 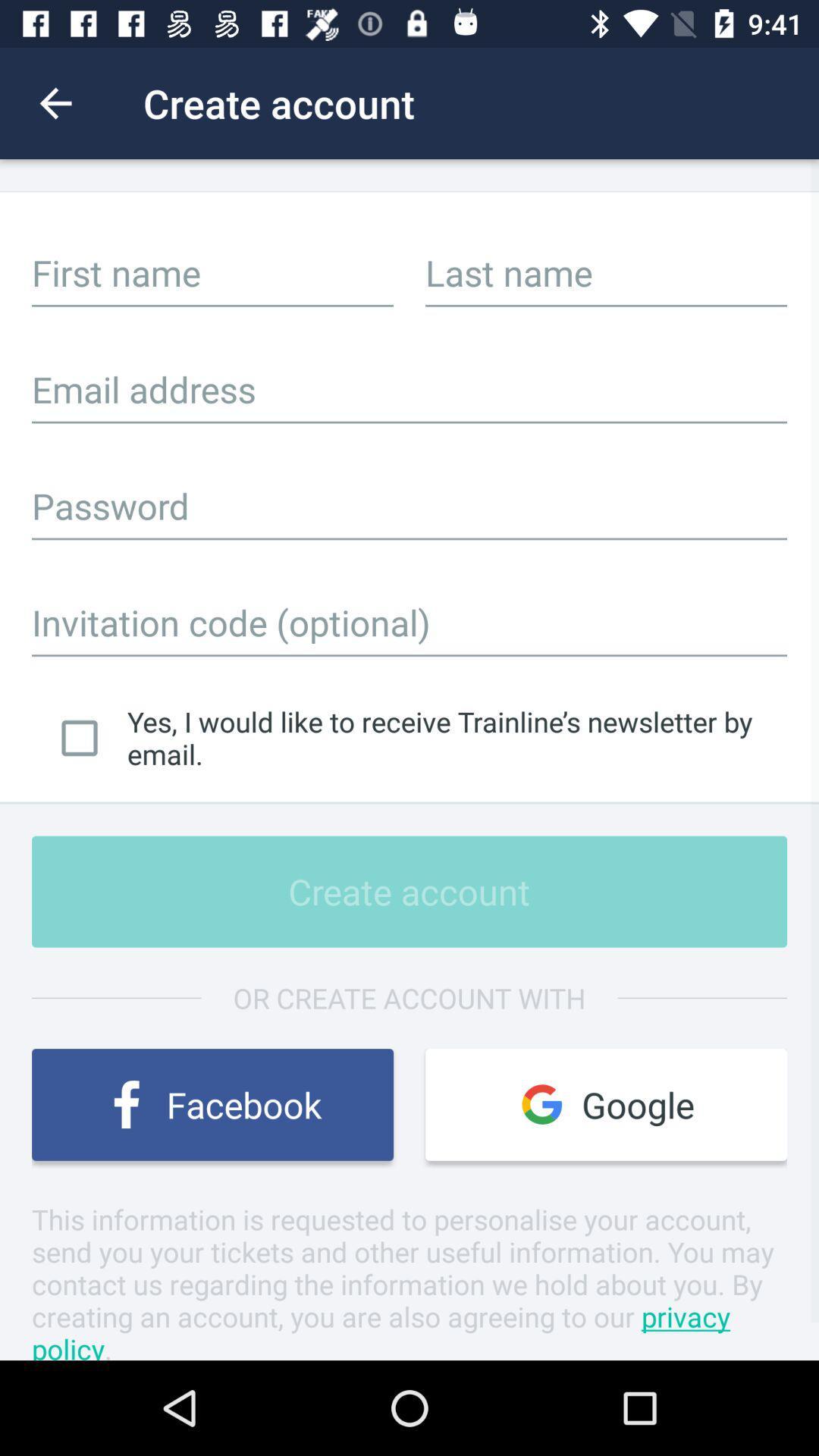 What do you see at coordinates (605, 272) in the screenshot?
I see `input last name` at bounding box center [605, 272].